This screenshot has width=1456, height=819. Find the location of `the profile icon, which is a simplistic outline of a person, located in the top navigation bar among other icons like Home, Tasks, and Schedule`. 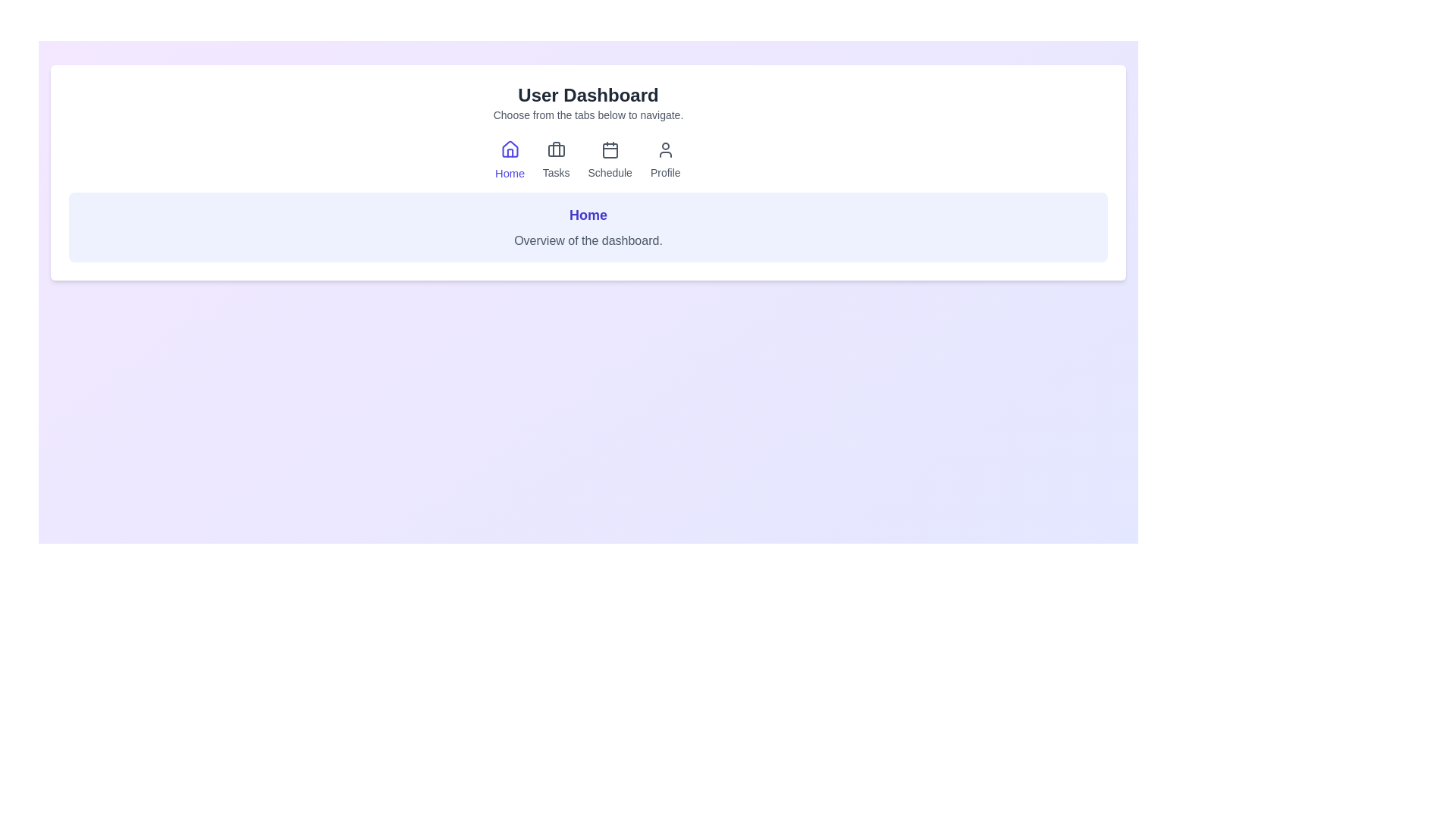

the profile icon, which is a simplistic outline of a person, located in the top navigation bar among other icons like Home, Tasks, and Schedule is located at coordinates (665, 149).